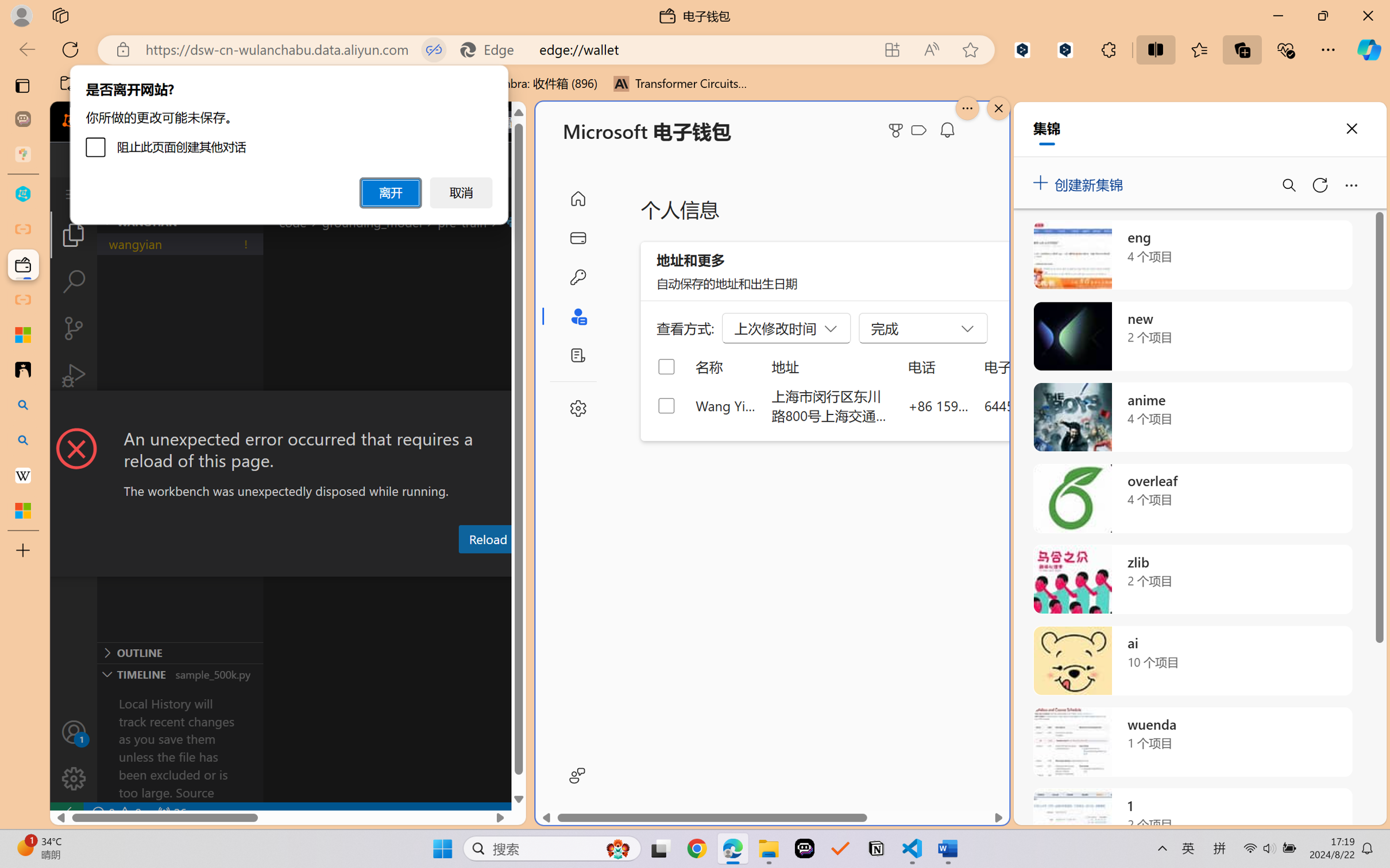 Image resolution: width=1390 pixels, height=868 pixels. What do you see at coordinates (464, 566) in the screenshot?
I see `'Debug Console (Ctrl+Shift+Y)'` at bounding box center [464, 566].